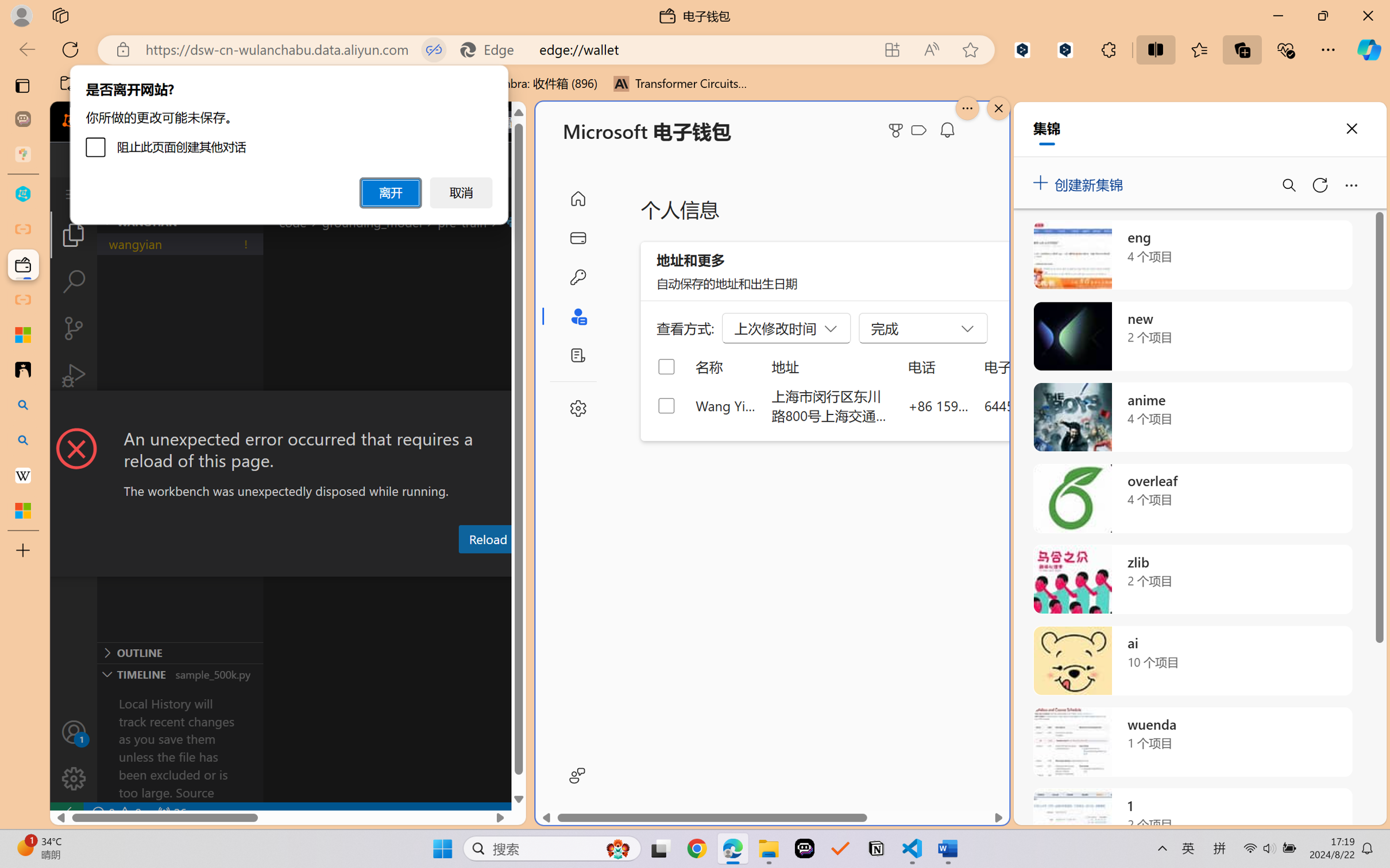 Image resolution: width=1390 pixels, height=868 pixels. What do you see at coordinates (464, 566) in the screenshot?
I see `'Debug Console (Ctrl+Shift+Y)'` at bounding box center [464, 566].